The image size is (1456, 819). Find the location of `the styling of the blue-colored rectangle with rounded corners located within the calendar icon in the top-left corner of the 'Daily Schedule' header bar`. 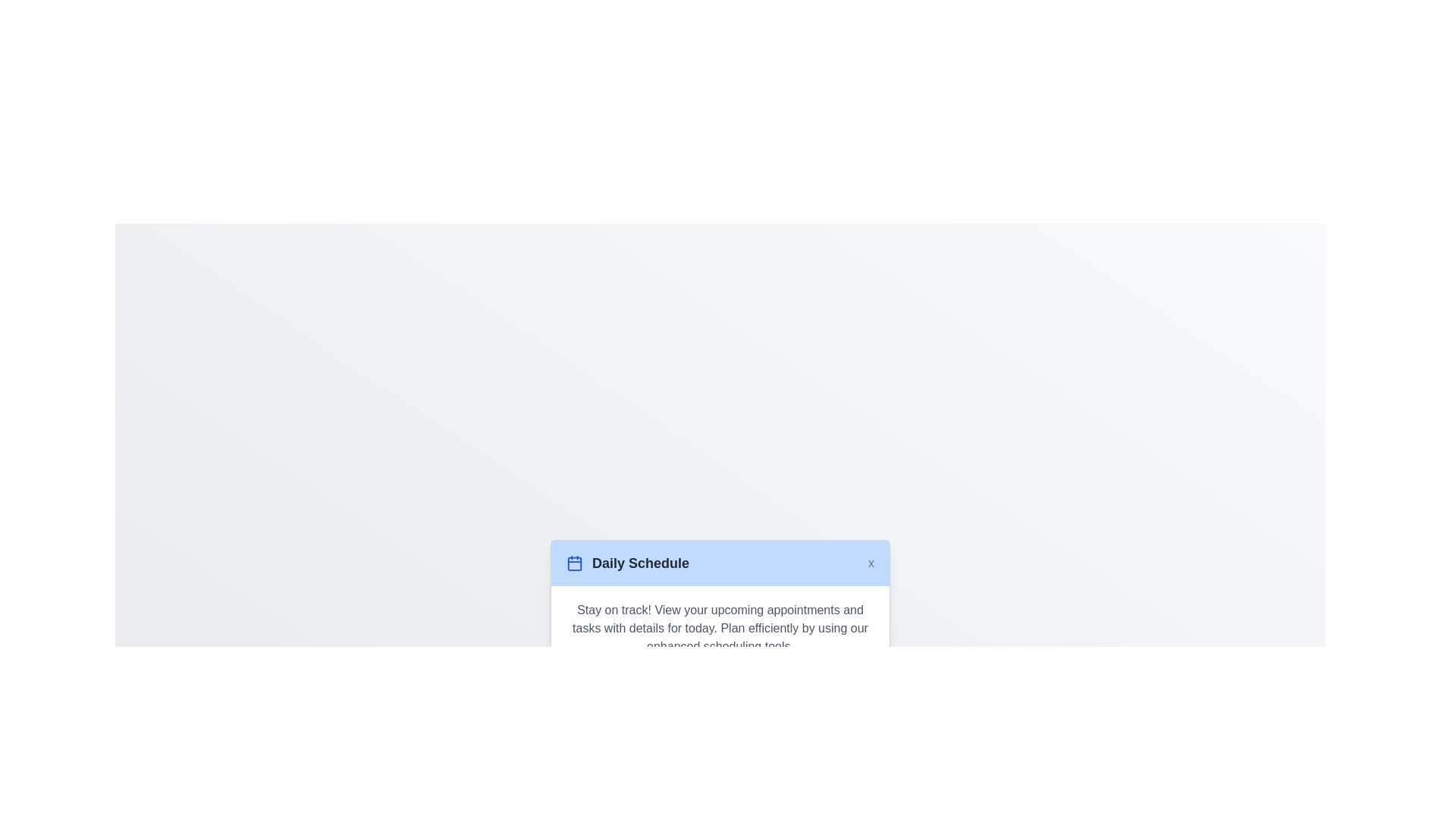

the styling of the blue-colored rectangle with rounded corners located within the calendar icon in the top-left corner of the 'Daily Schedule' header bar is located at coordinates (574, 563).